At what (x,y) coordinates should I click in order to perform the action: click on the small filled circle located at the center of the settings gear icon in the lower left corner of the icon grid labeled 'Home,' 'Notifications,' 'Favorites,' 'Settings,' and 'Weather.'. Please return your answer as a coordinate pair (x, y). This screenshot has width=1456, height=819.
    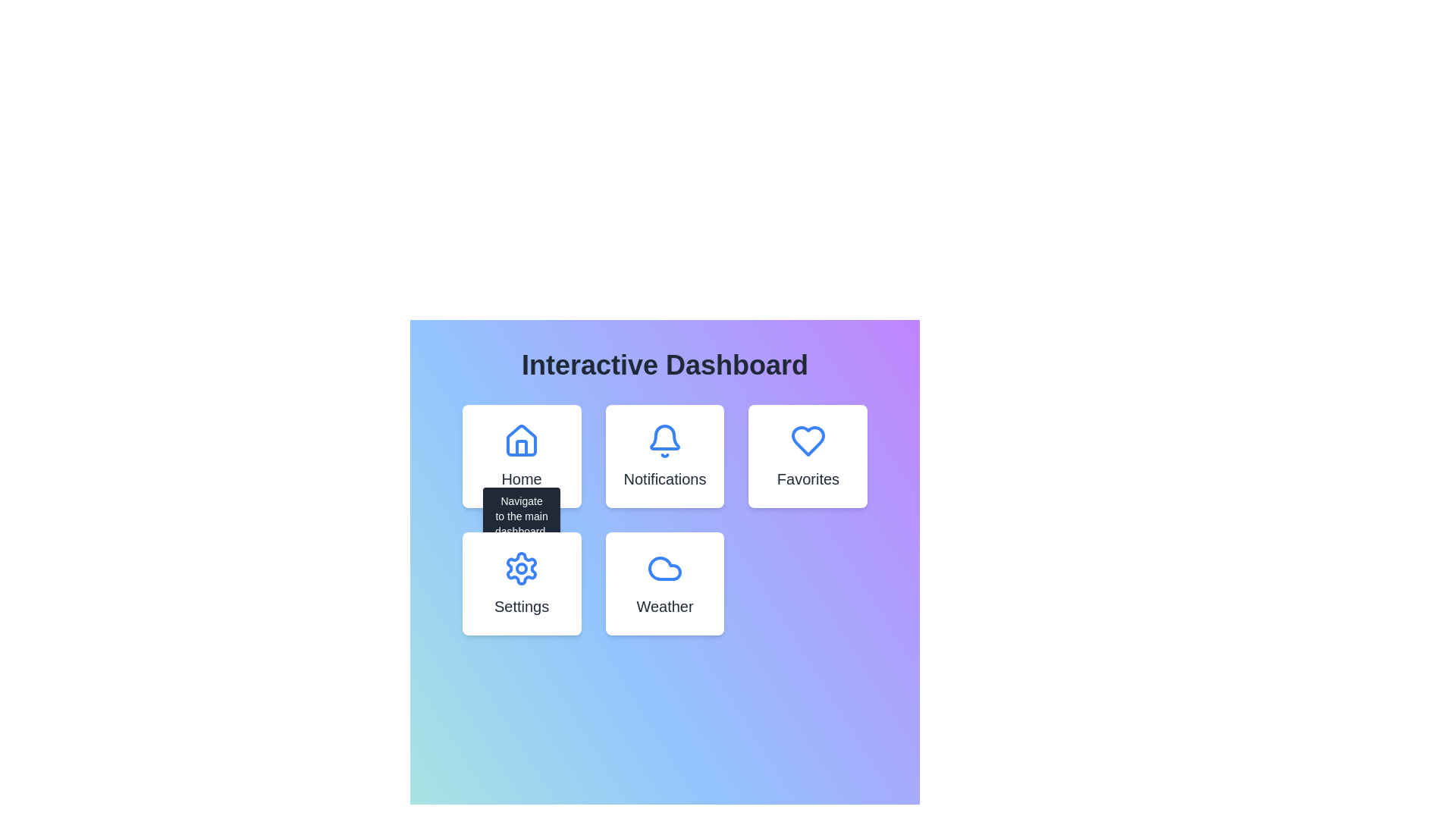
    Looking at the image, I should click on (522, 568).